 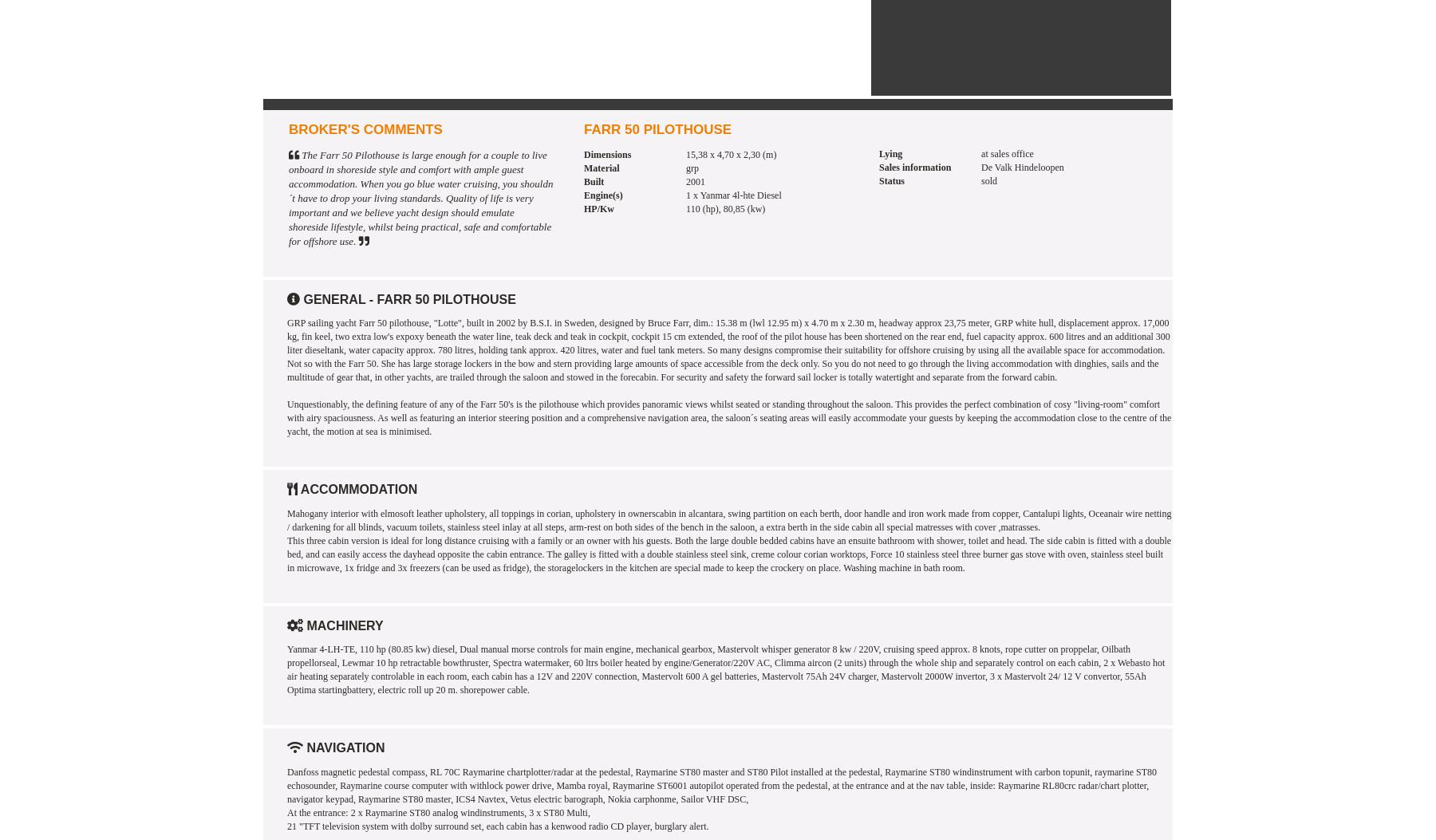 I want to click on 'Accommodation', so click(x=357, y=489).